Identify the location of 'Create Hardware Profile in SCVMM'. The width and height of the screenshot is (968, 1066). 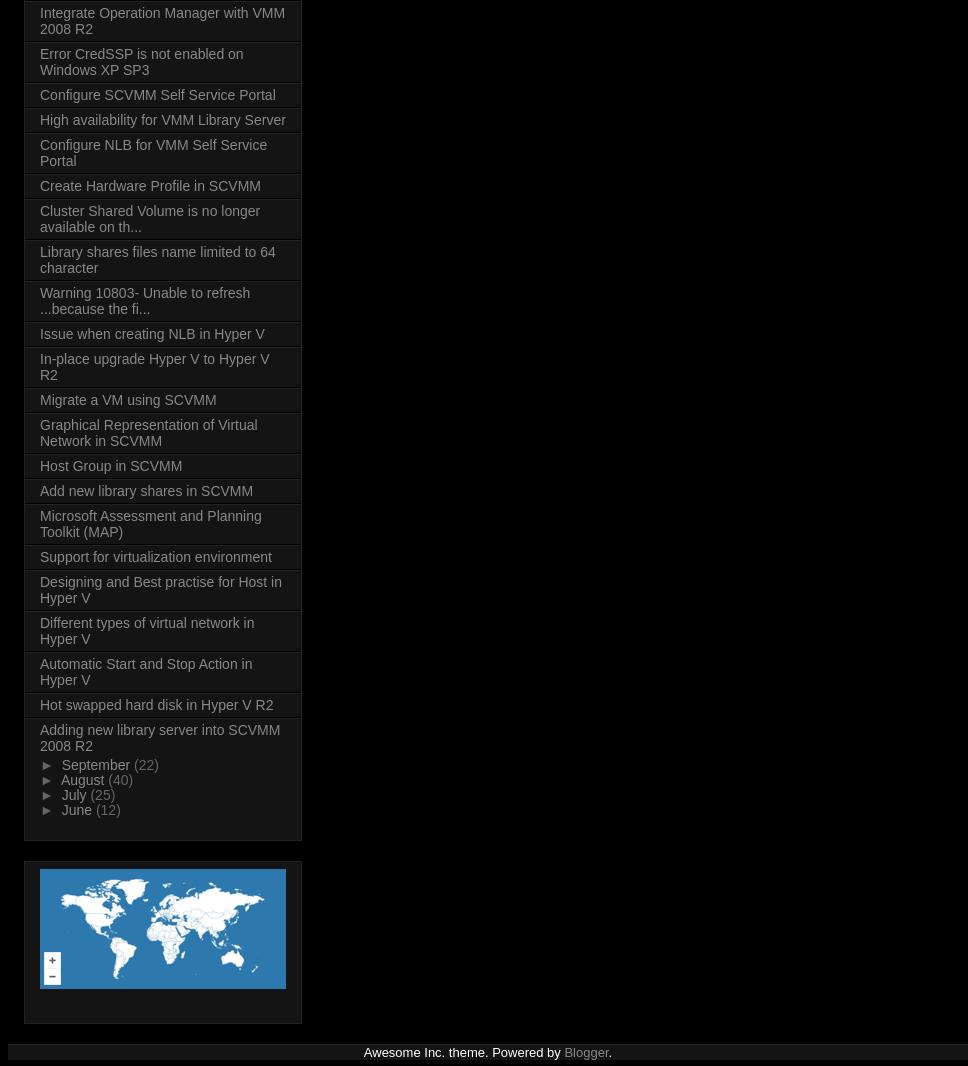
(39, 185).